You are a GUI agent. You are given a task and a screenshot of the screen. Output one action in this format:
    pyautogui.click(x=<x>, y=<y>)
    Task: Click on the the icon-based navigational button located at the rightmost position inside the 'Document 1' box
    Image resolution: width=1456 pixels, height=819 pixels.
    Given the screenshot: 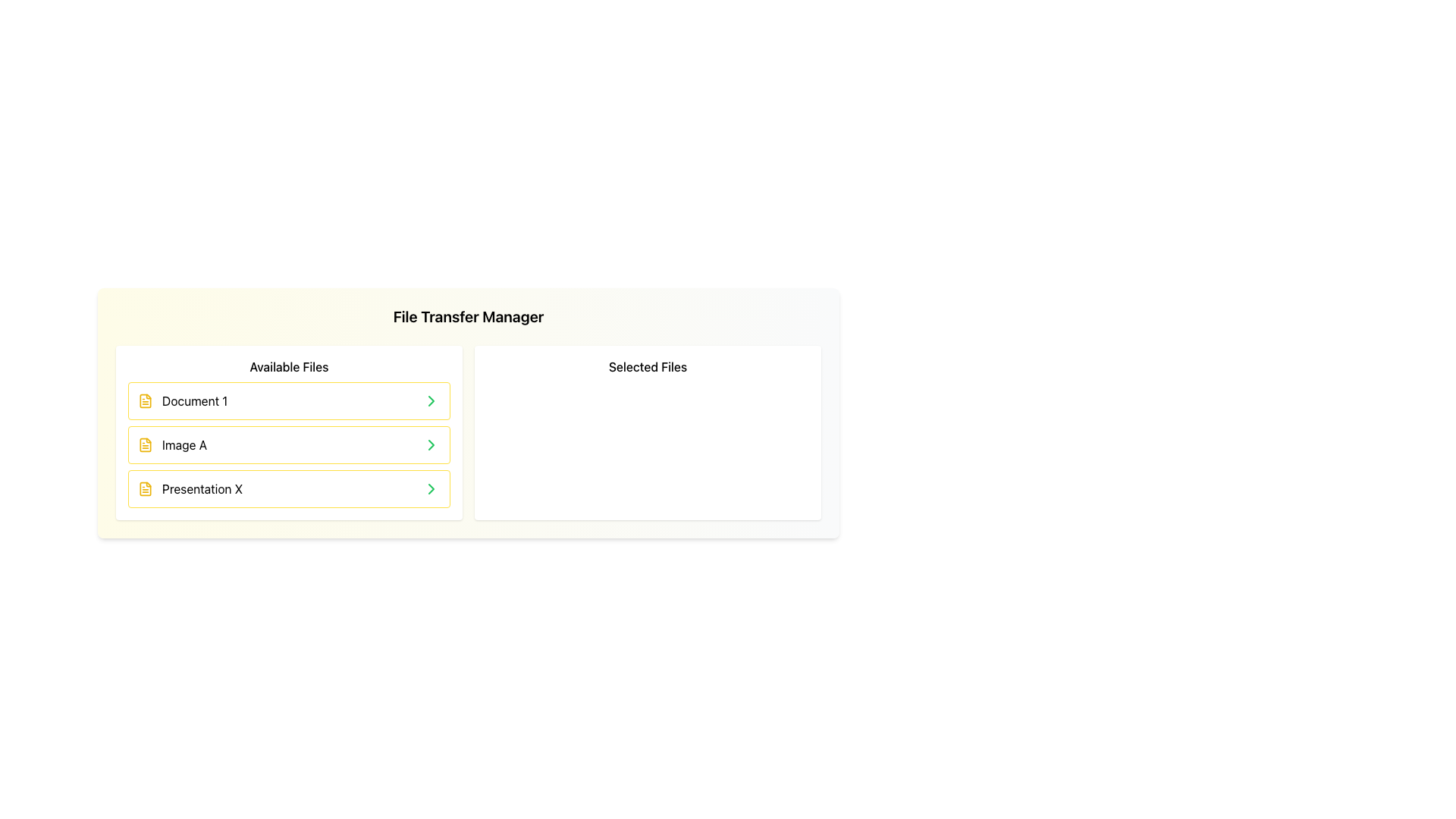 What is the action you would take?
    pyautogui.click(x=431, y=400)
    